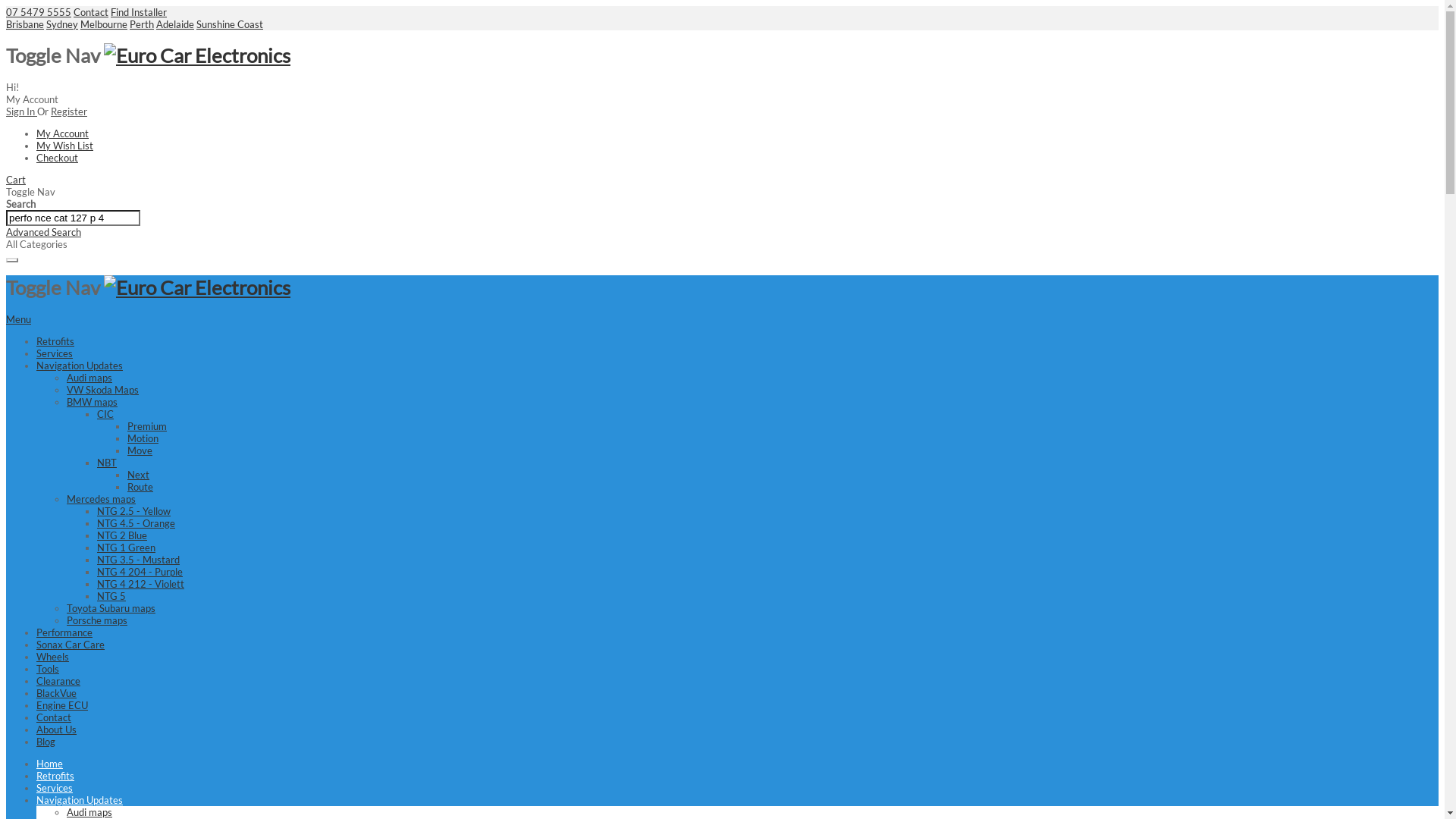 The image size is (1456, 819). I want to click on 'Sunshine Coast', so click(228, 24).